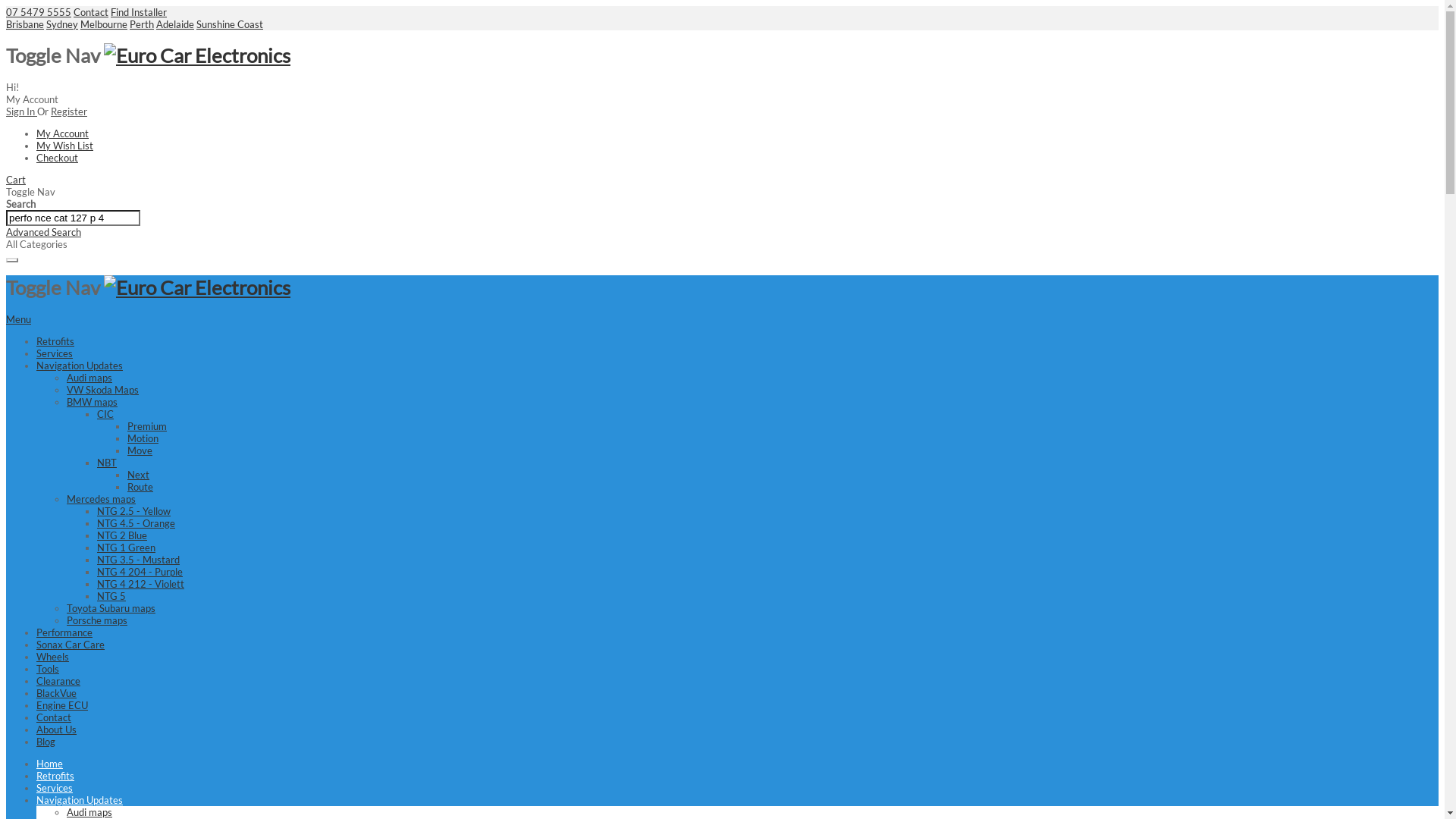 The image size is (1456, 819). I want to click on 'Sunshine Coast', so click(228, 24).